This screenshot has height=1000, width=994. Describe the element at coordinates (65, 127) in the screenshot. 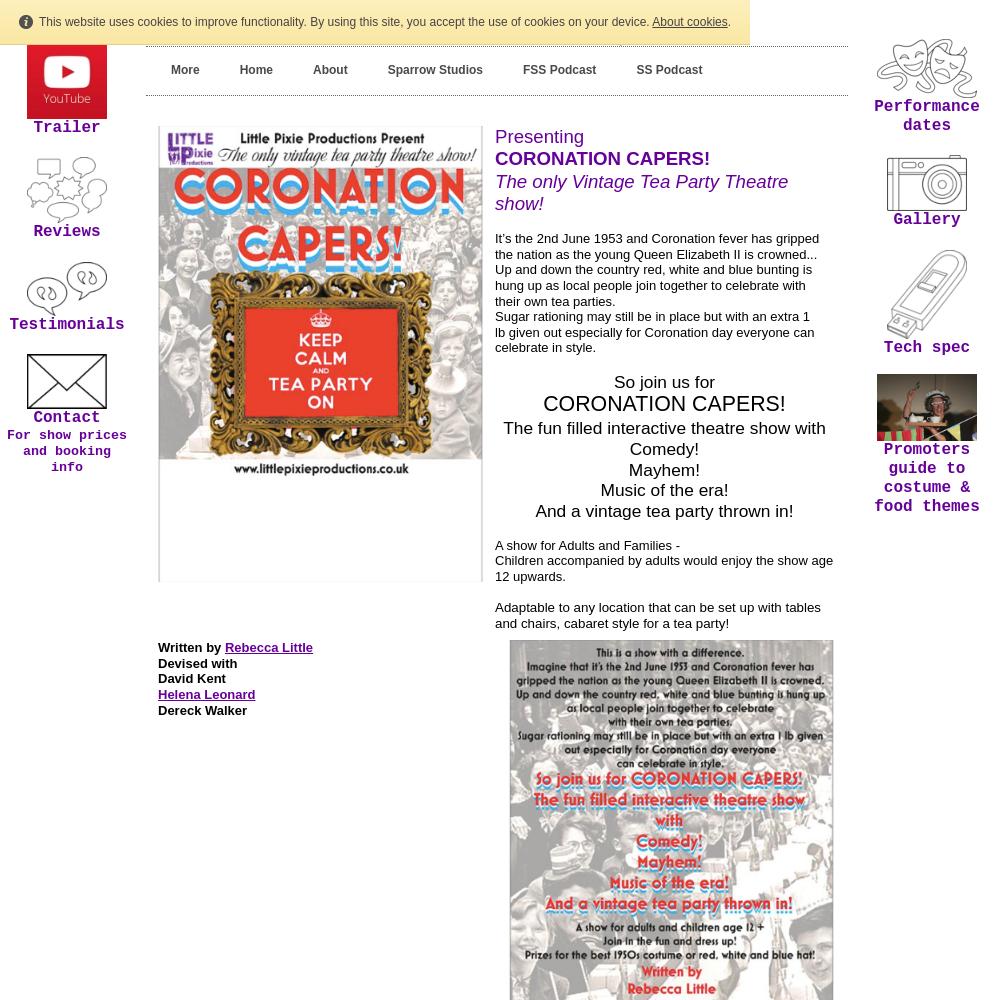

I see `'Trailer'` at that location.